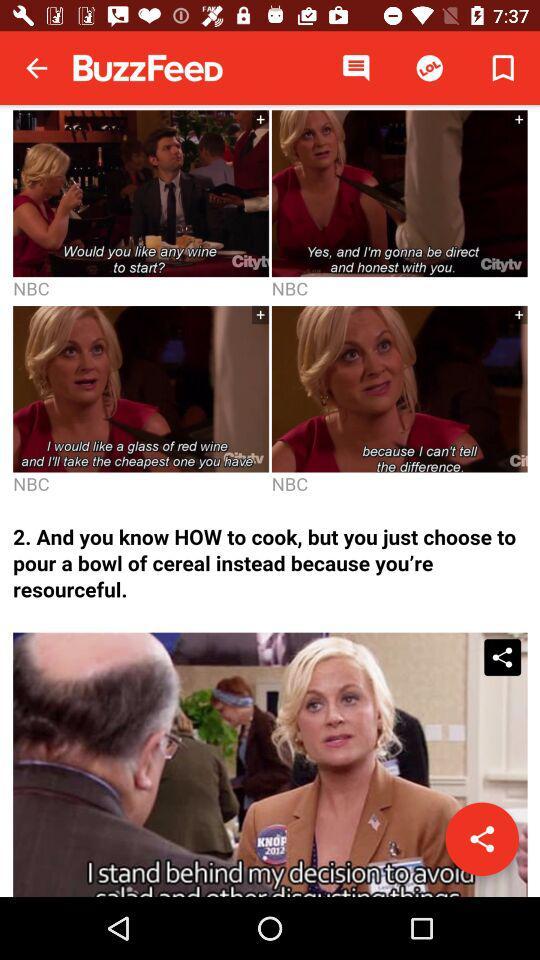  Describe the element at coordinates (481, 839) in the screenshot. I see `share the image` at that location.